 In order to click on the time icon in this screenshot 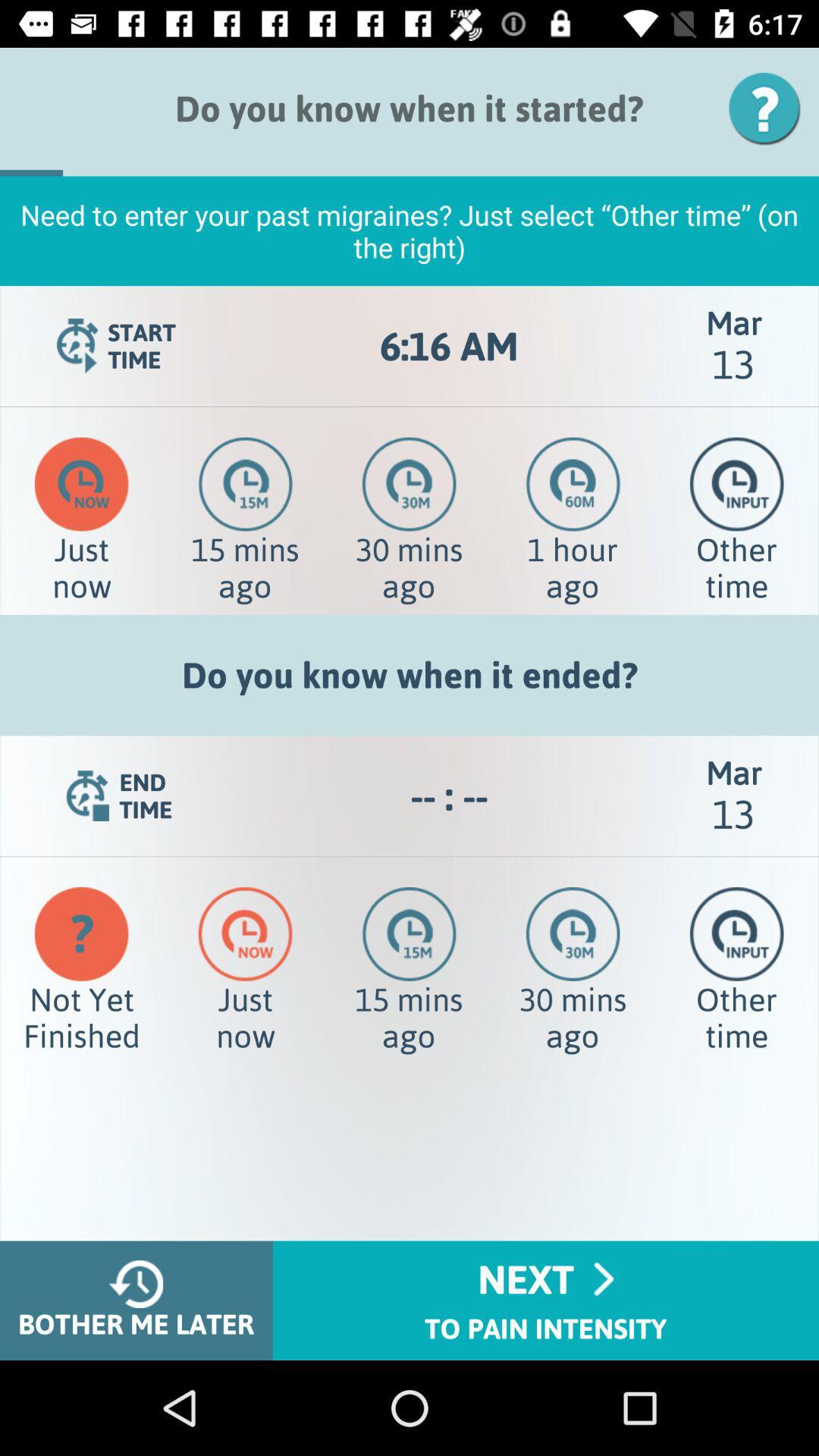, I will do `click(736, 933)`.